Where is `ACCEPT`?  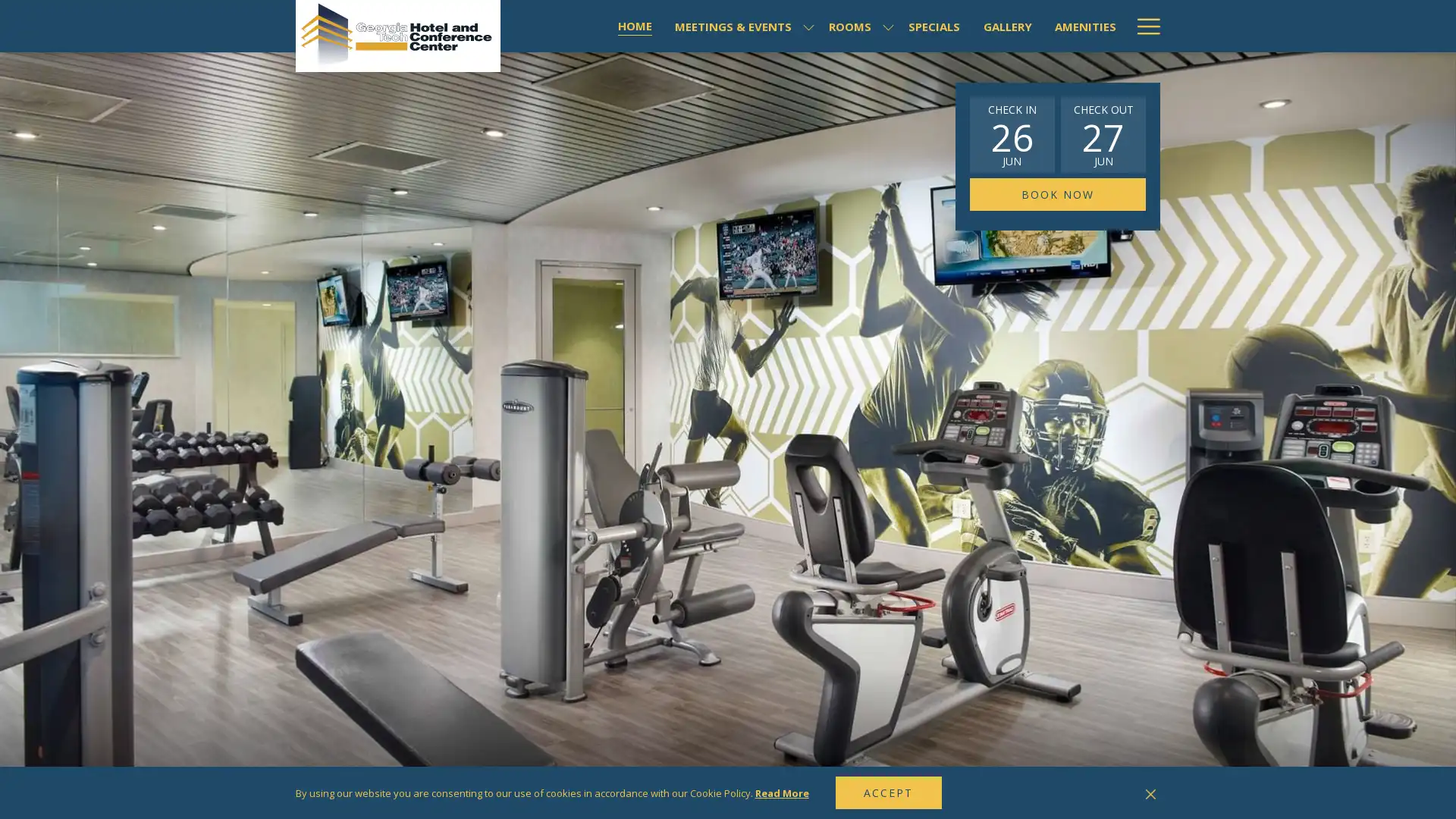
ACCEPT is located at coordinates (888, 792).